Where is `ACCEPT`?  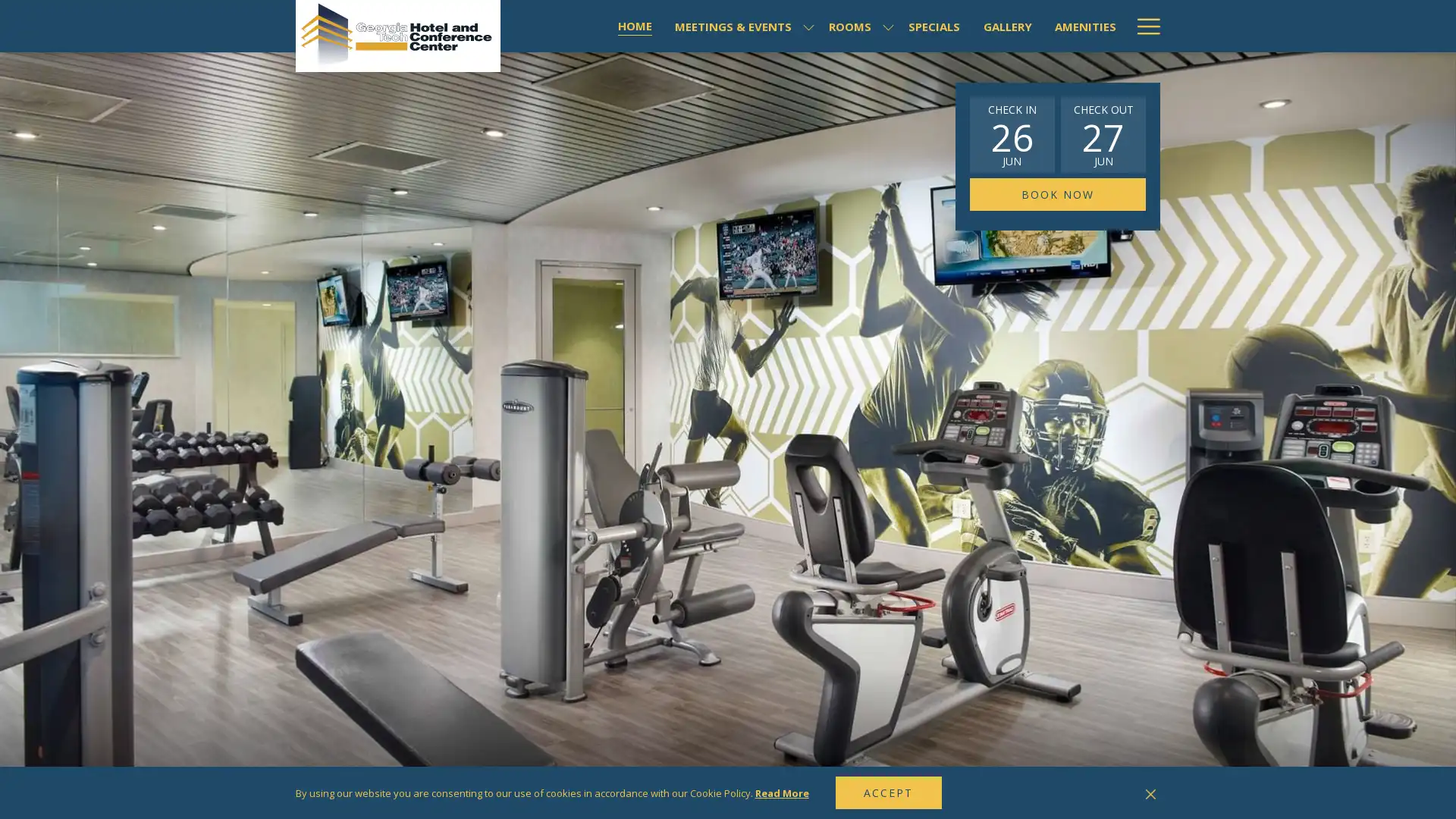
ACCEPT is located at coordinates (888, 792).